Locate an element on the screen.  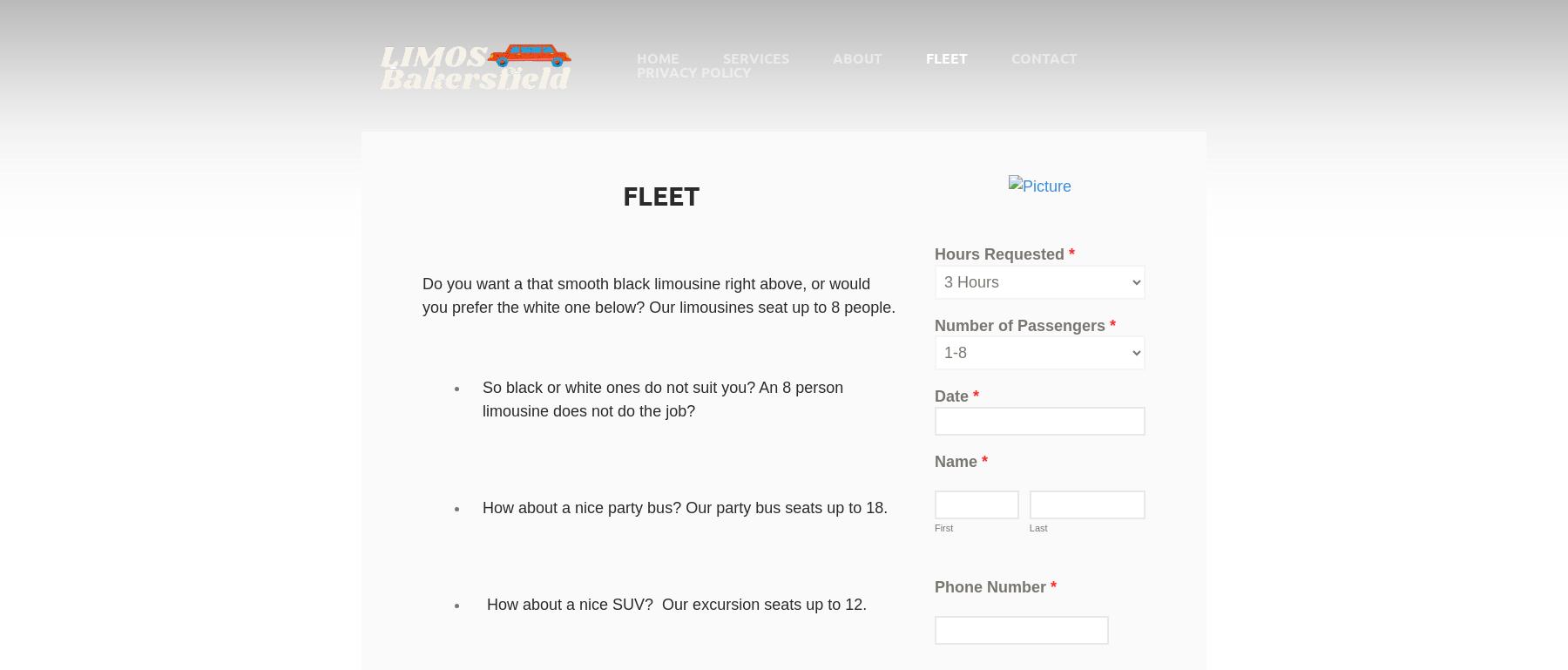
'Phone Number' is located at coordinates (990, 586).